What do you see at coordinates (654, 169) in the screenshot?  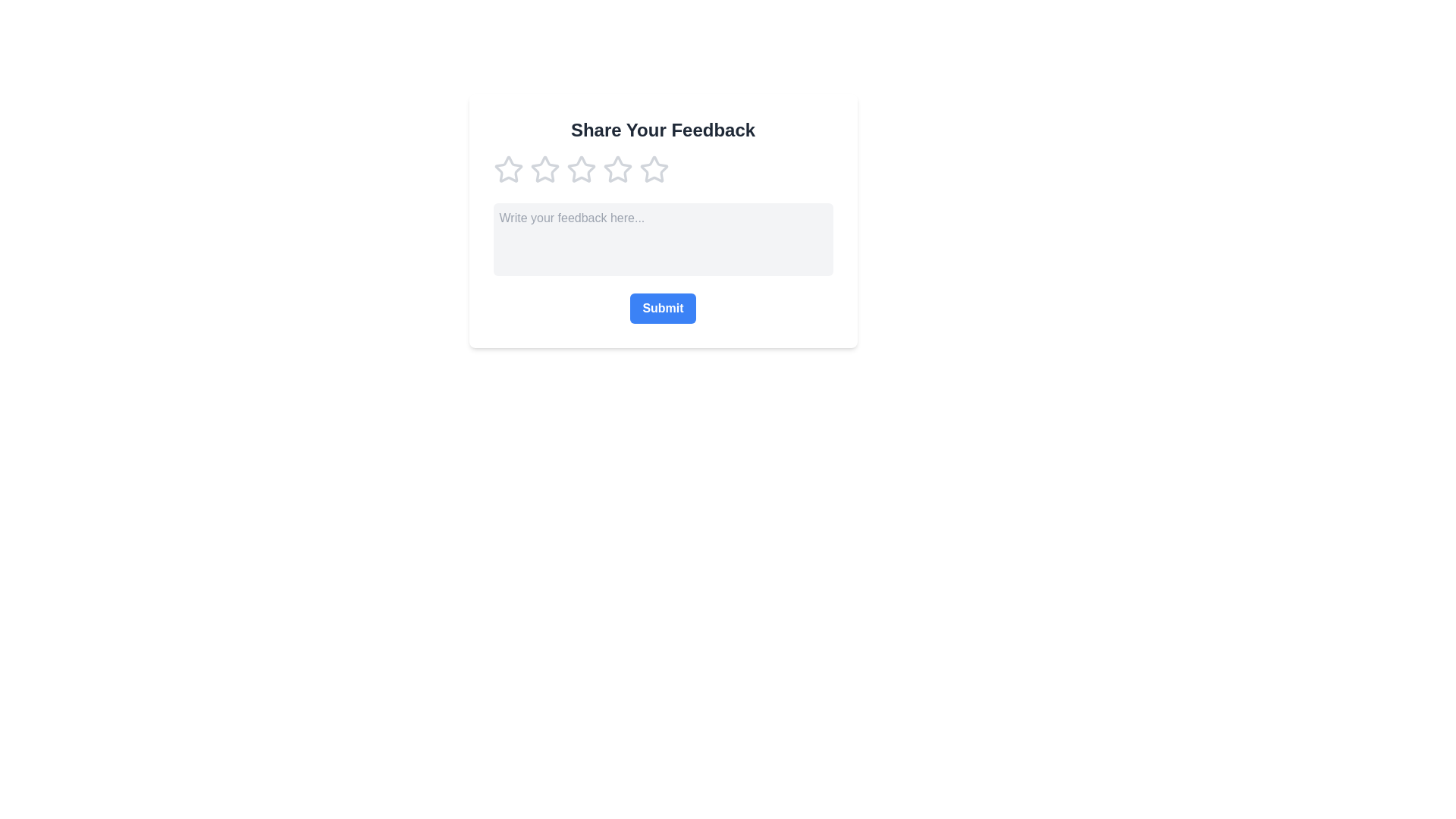 I see `the rating to 5 by clicking on the corresponding star` at bounding box center [654, 169].